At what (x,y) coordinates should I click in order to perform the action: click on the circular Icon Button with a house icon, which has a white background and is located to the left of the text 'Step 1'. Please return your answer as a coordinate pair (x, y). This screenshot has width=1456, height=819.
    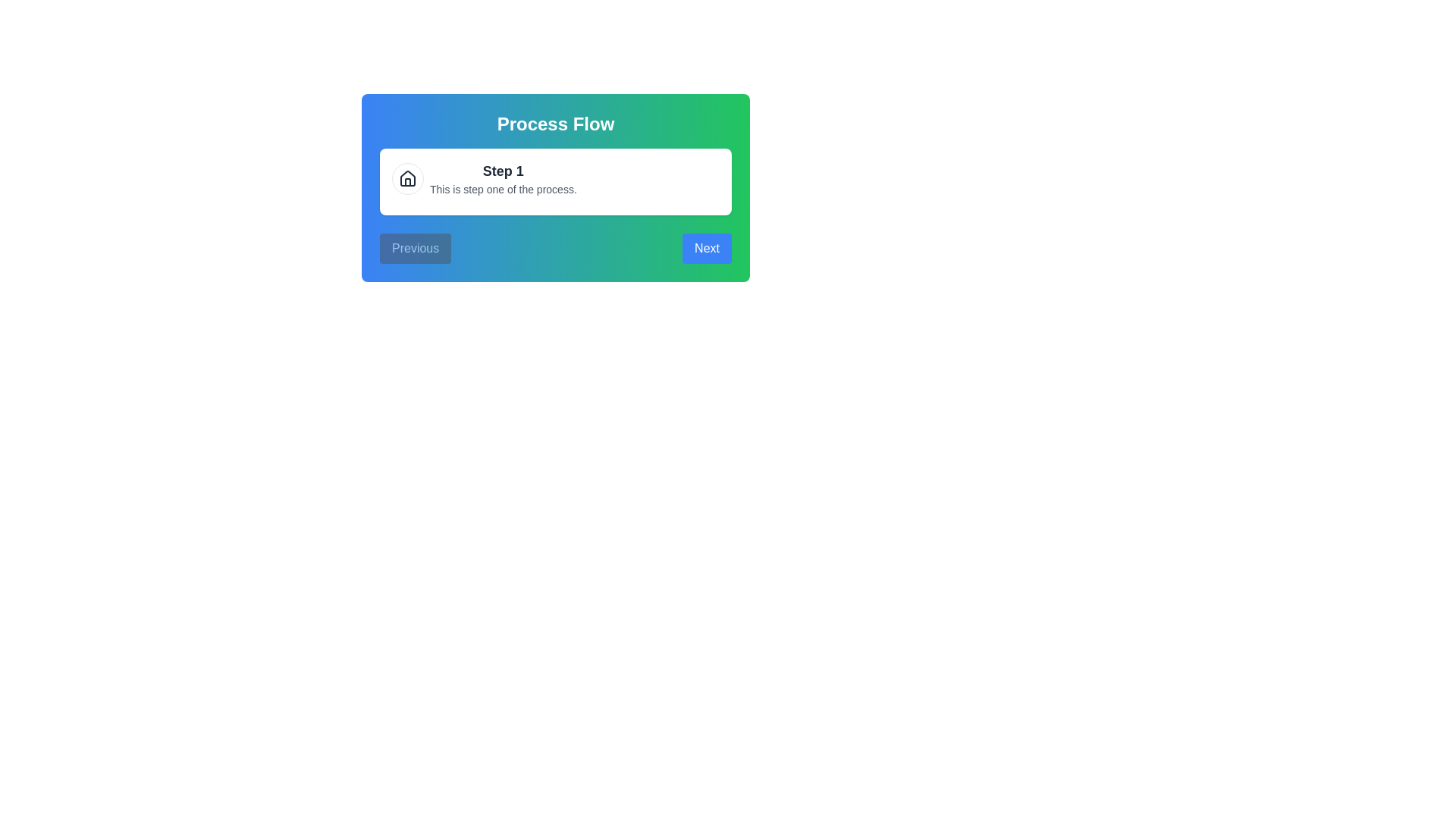
    Looking at the image, I should click on (407, 177).